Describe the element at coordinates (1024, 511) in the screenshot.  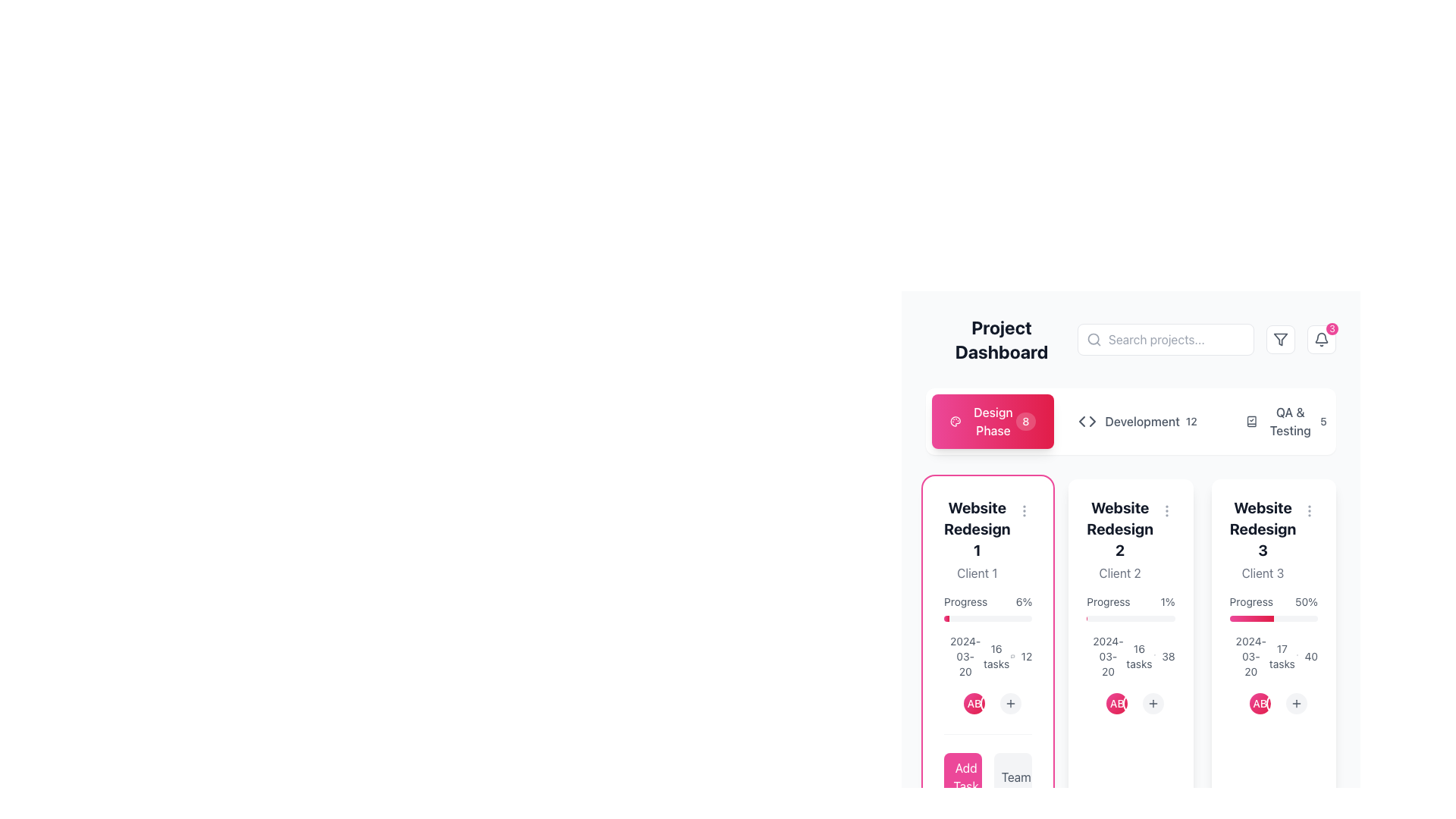
I see `the circular button with a vertical ellipsis icon located at the top right corner of the card labeled 'Website Redesign 1'` at that location.